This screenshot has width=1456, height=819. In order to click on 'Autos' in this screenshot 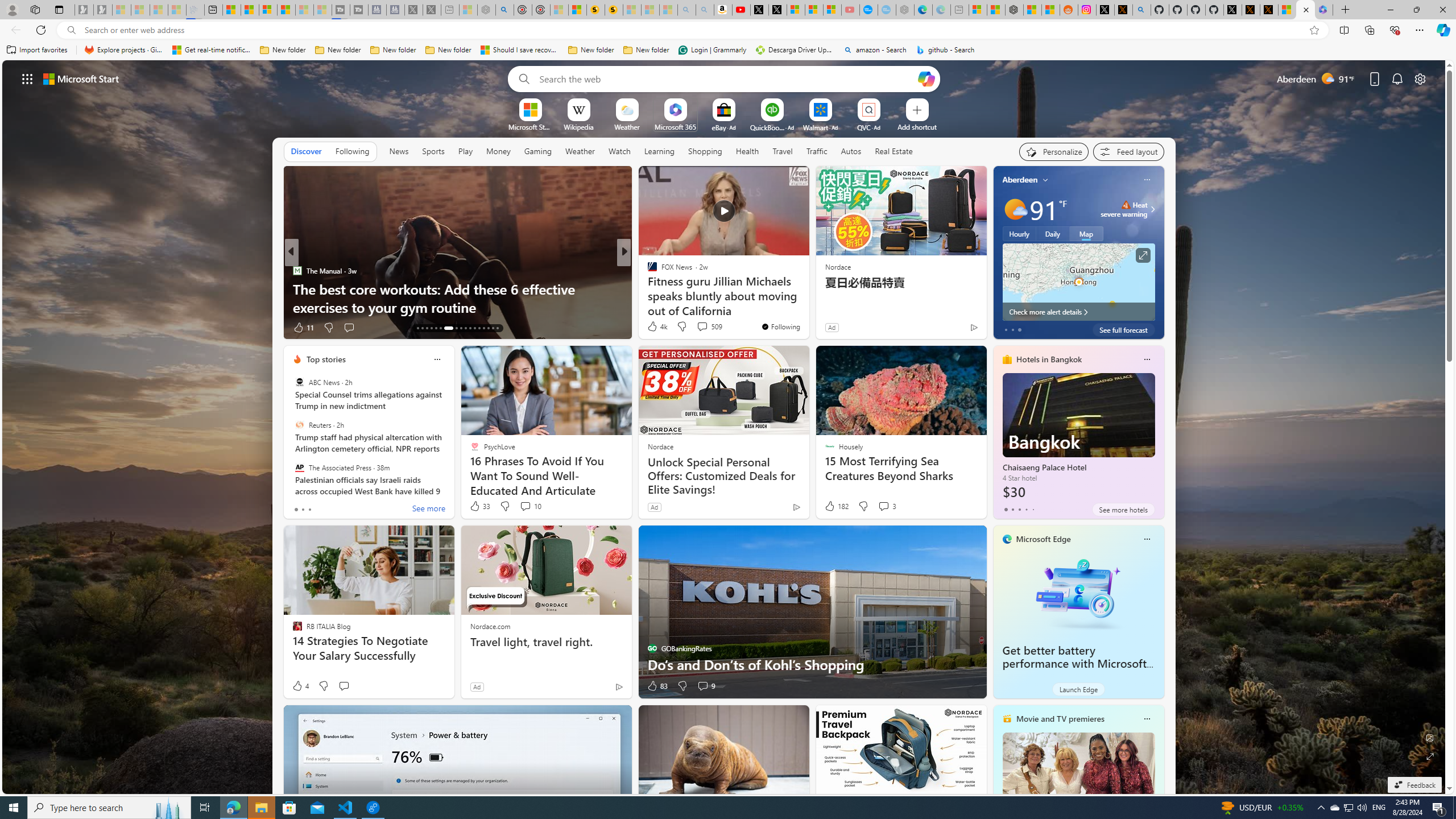, I will do `click(851, 150)`.